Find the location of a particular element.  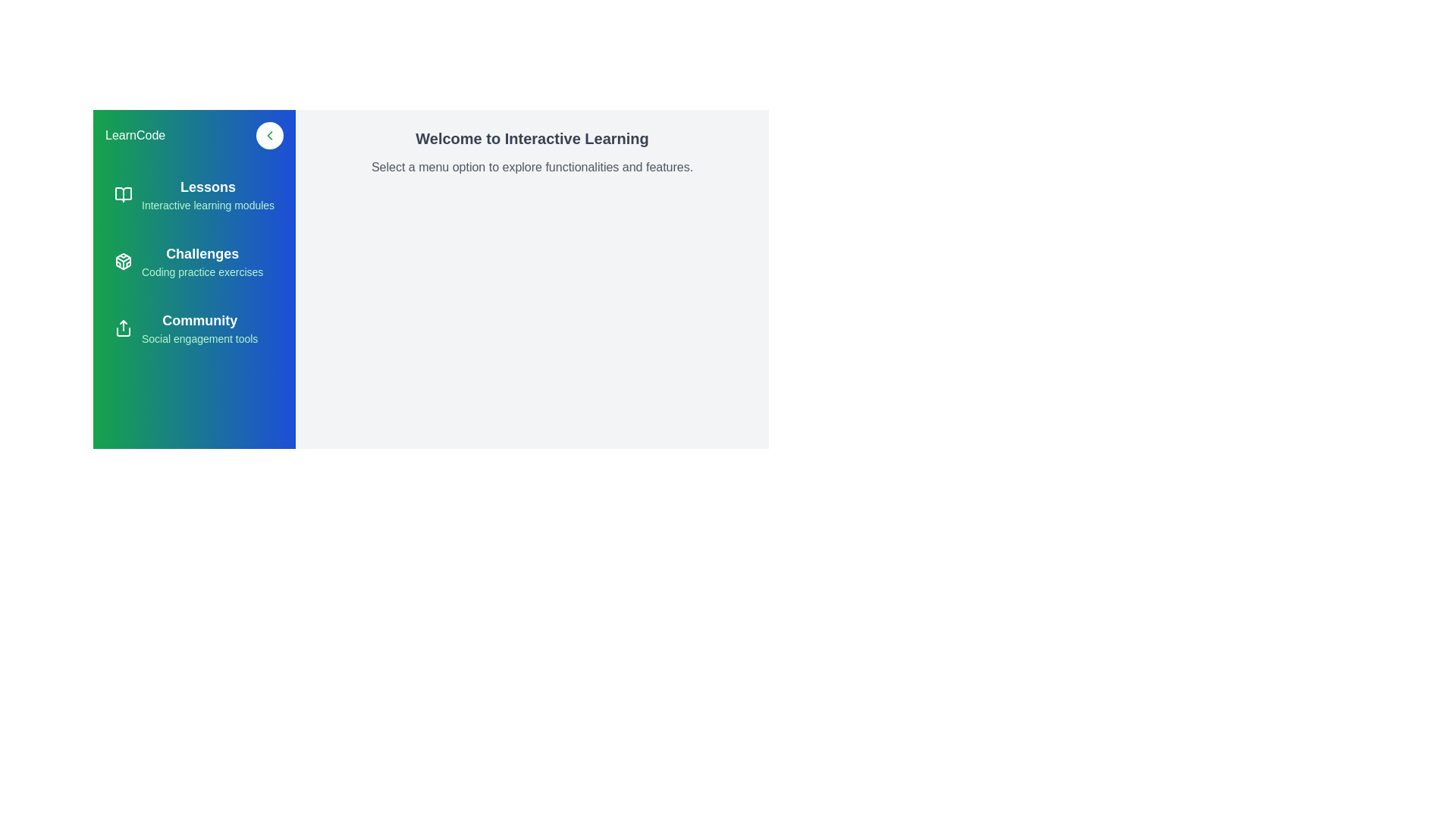

the section corresponding to Lessons is located at coordinates (193, 194).